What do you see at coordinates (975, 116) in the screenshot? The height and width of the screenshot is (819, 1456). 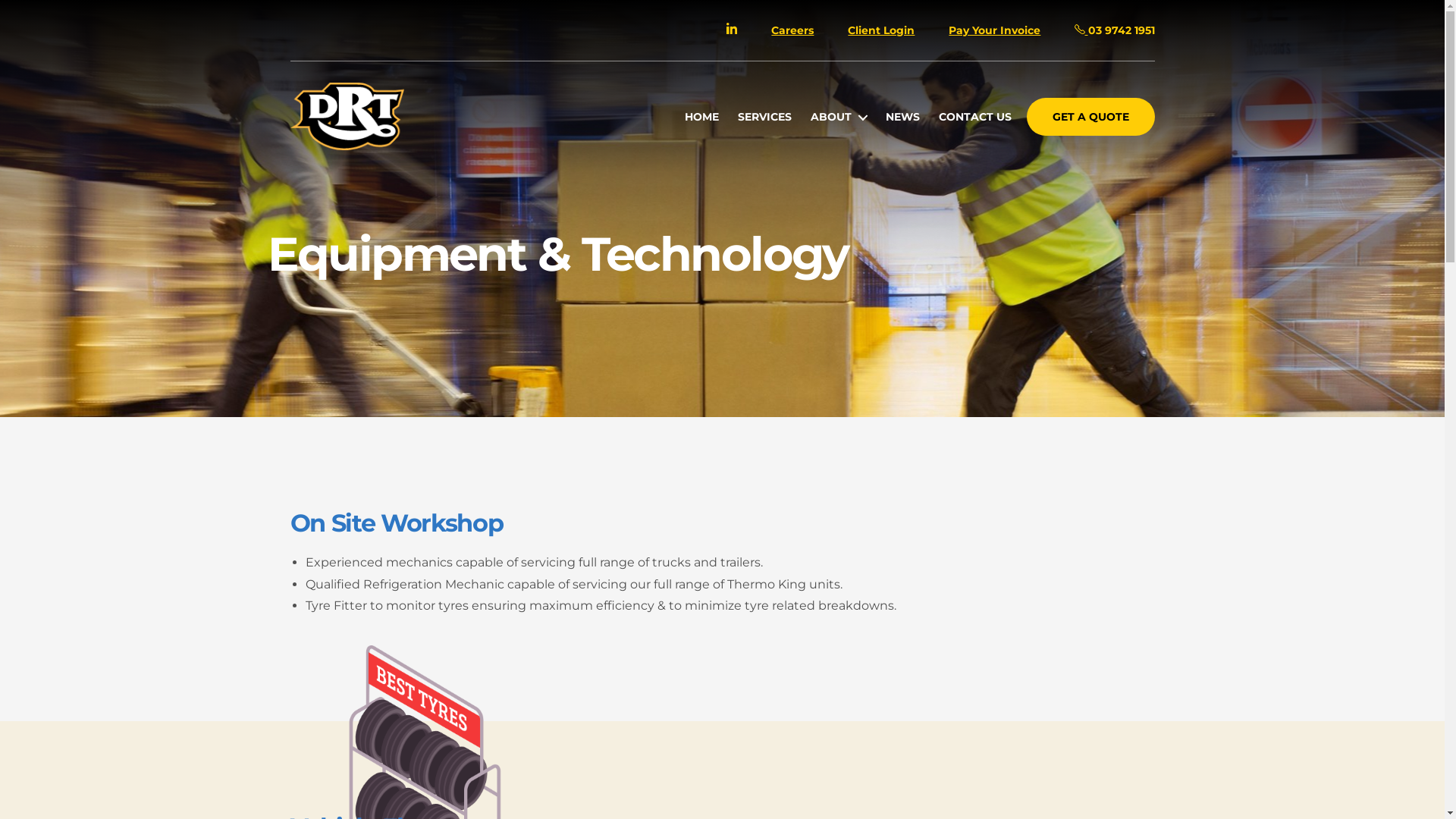 I see `'CONTACT US'` at bounding box center [975, 116].